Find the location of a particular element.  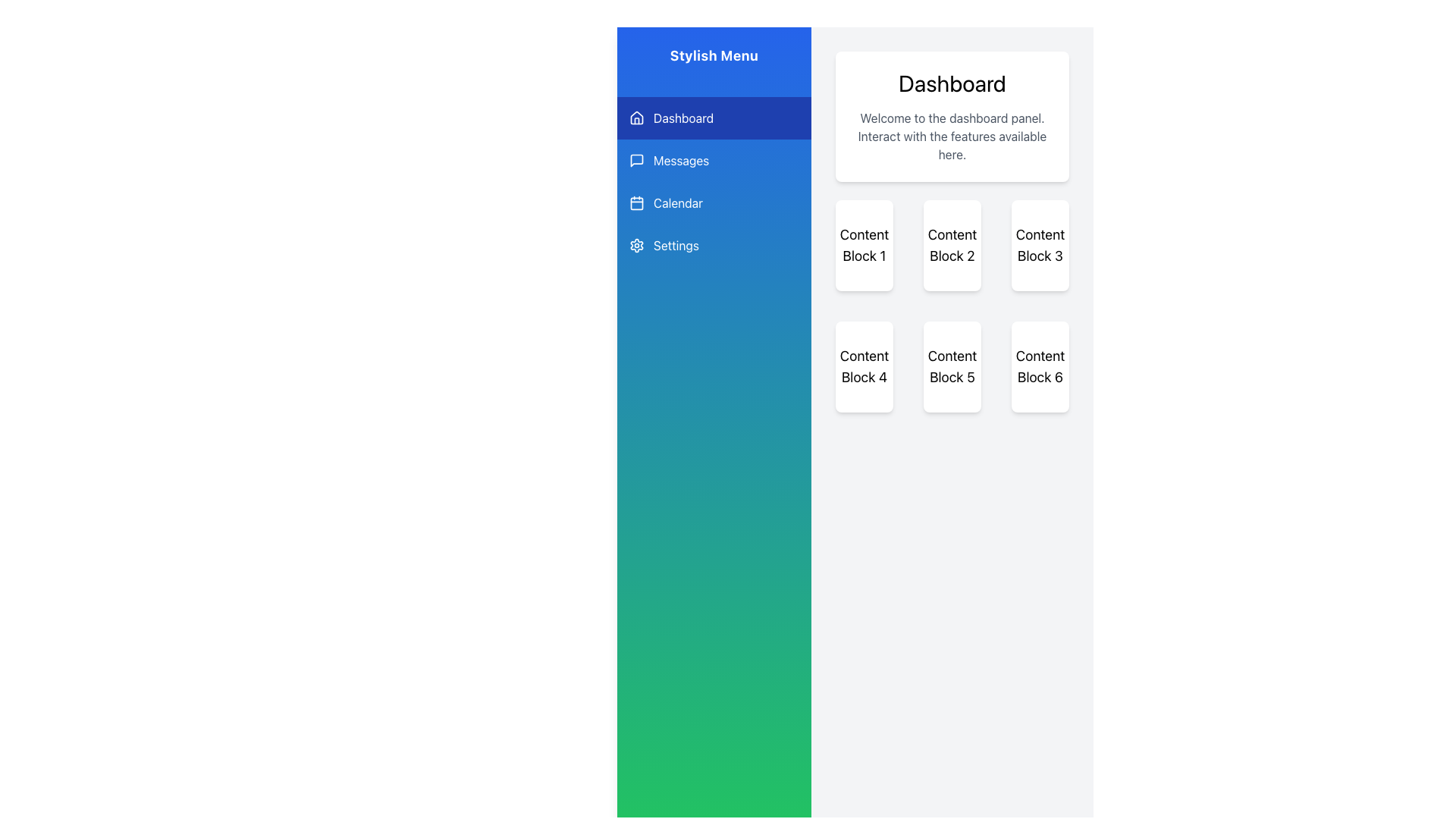

'Calendar' label in the sidebar menu, which displays white text on a blue background and is positioned between the 'Messages' and 'Settings' items is located at coordinates (677, 202).